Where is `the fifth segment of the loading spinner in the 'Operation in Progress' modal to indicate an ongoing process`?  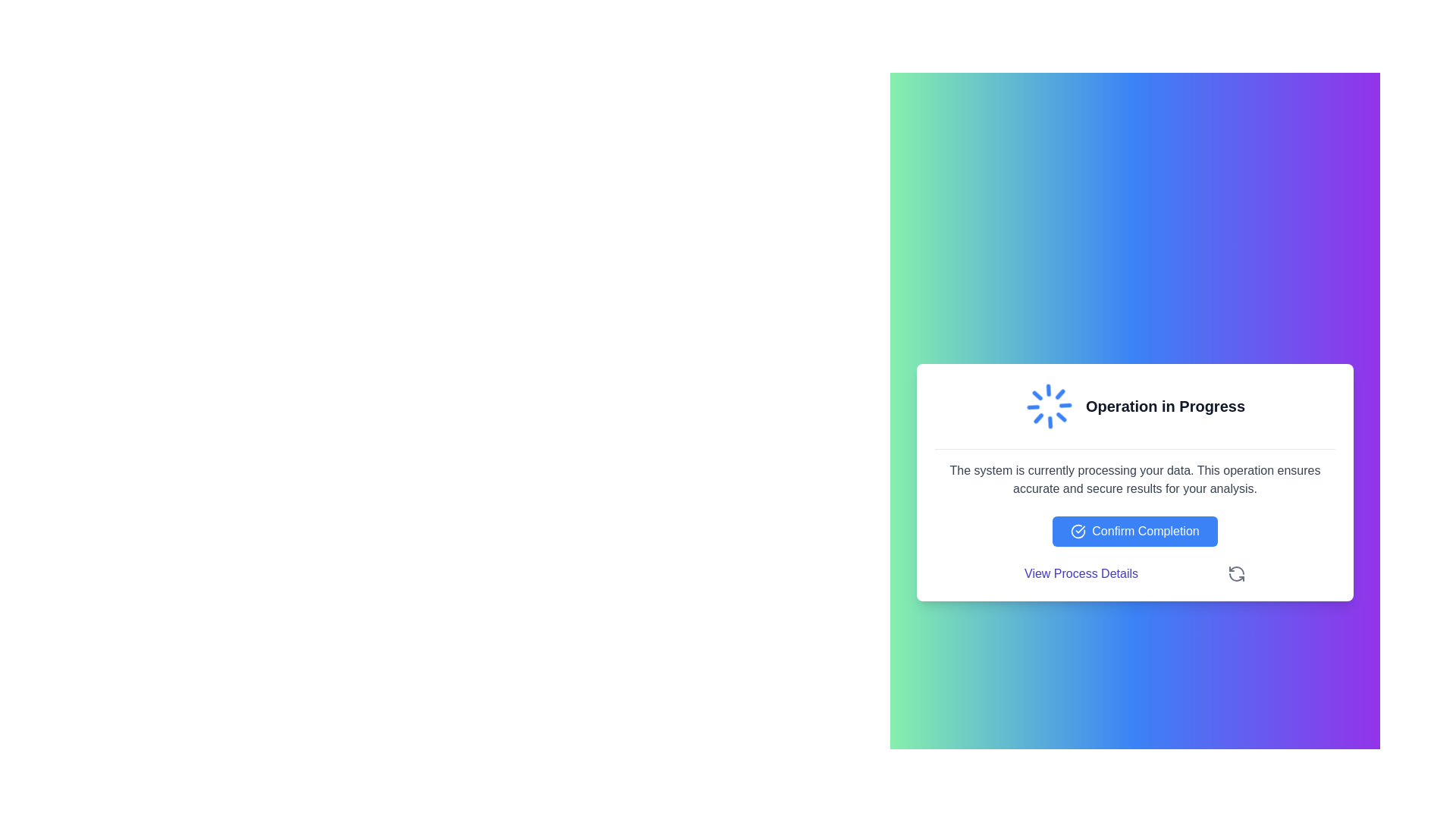
the fifth segment of the loading spinner in the 'Operation in Progress' modal to indicate an ongoing process is located at coordinates (1045, 389).